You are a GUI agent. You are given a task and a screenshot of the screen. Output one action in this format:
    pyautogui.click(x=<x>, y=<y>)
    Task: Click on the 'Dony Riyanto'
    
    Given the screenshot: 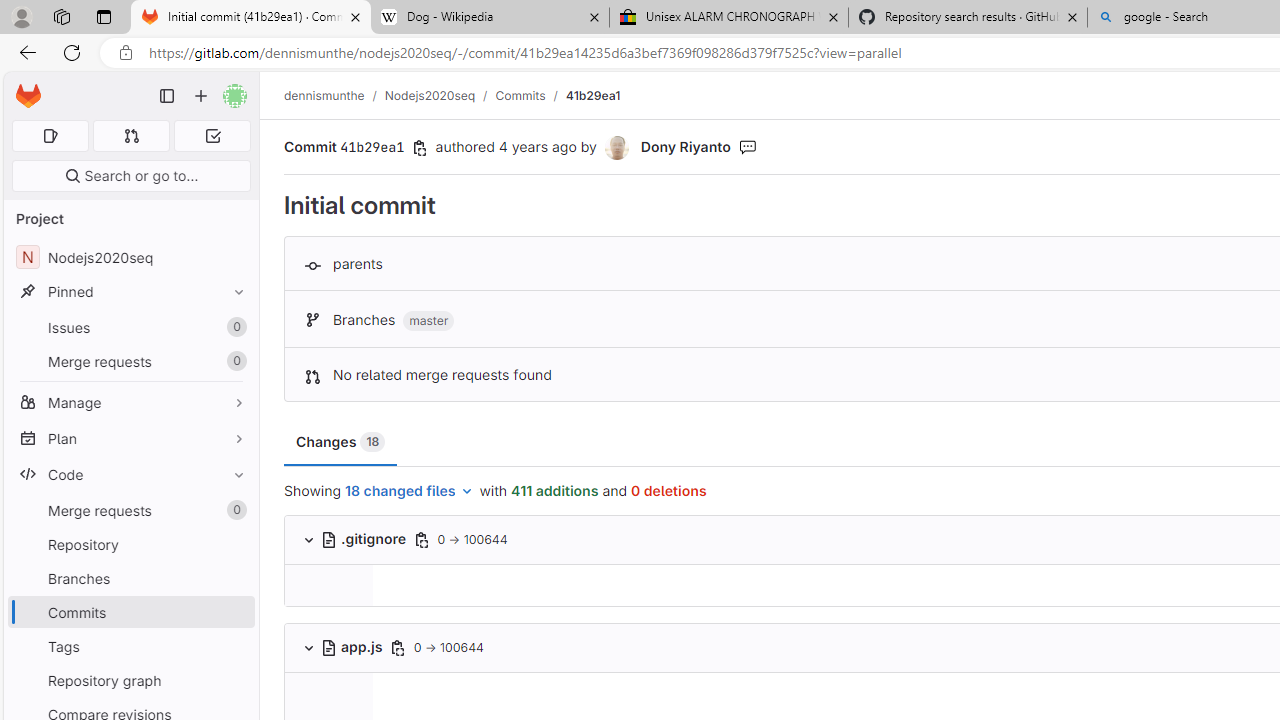 What is the action you would take?
    pyautogui.click(x=617, y=147)
    